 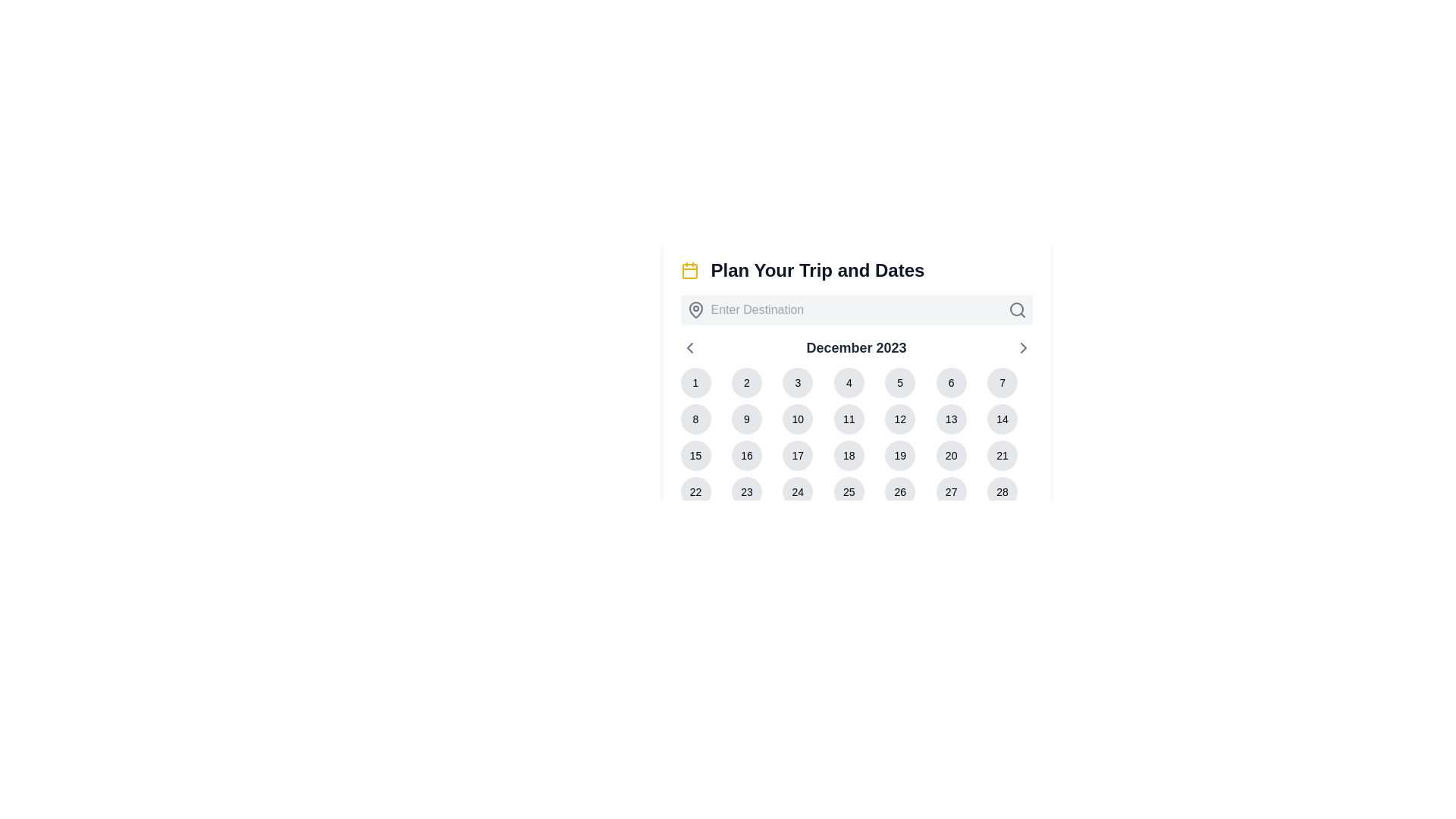 I want to click on the button, so click(x=848, y=382).